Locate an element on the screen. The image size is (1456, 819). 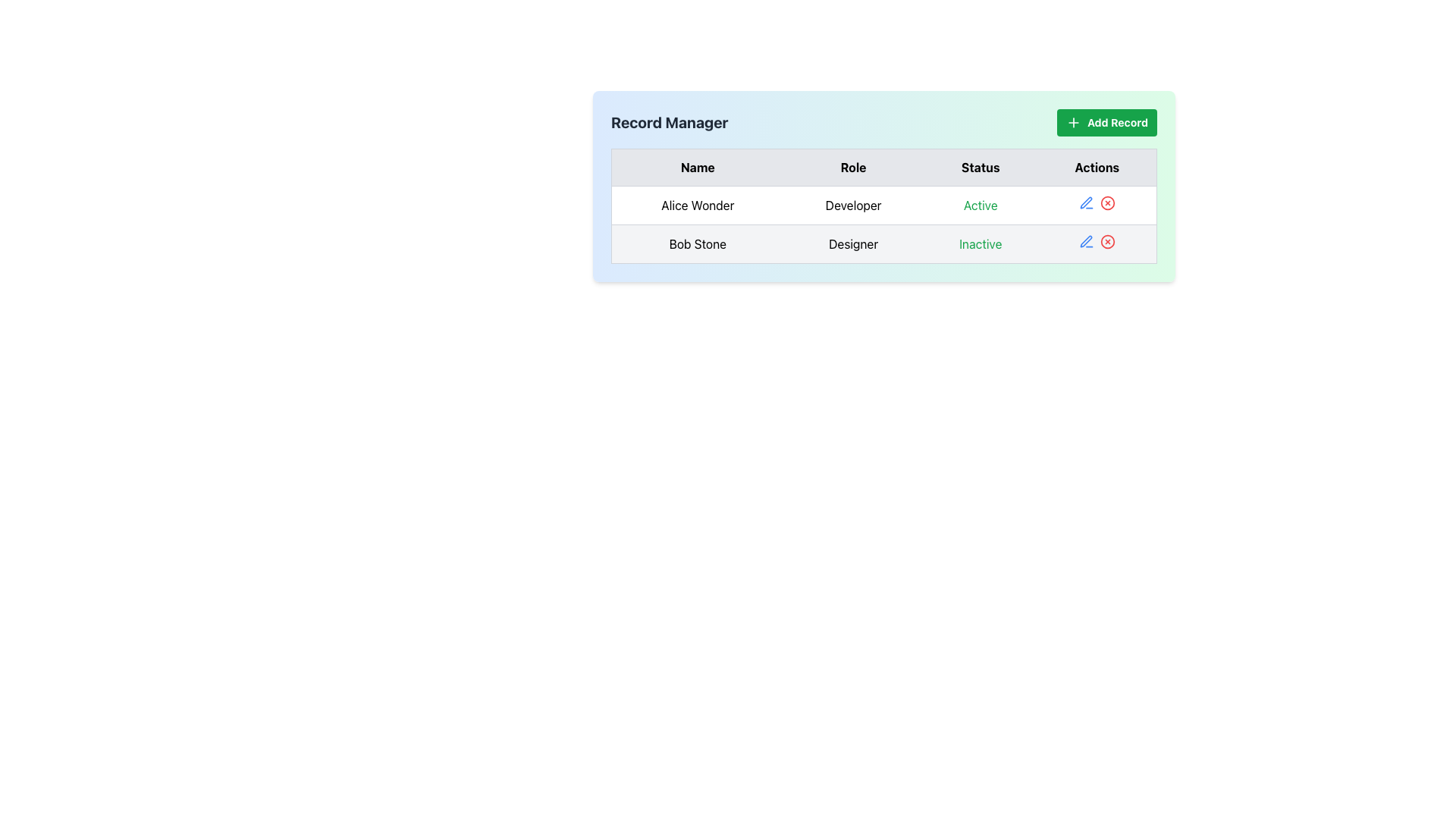
the pen icon button in the 'Actions' column of the second row is located at coordinates (1084, 240).